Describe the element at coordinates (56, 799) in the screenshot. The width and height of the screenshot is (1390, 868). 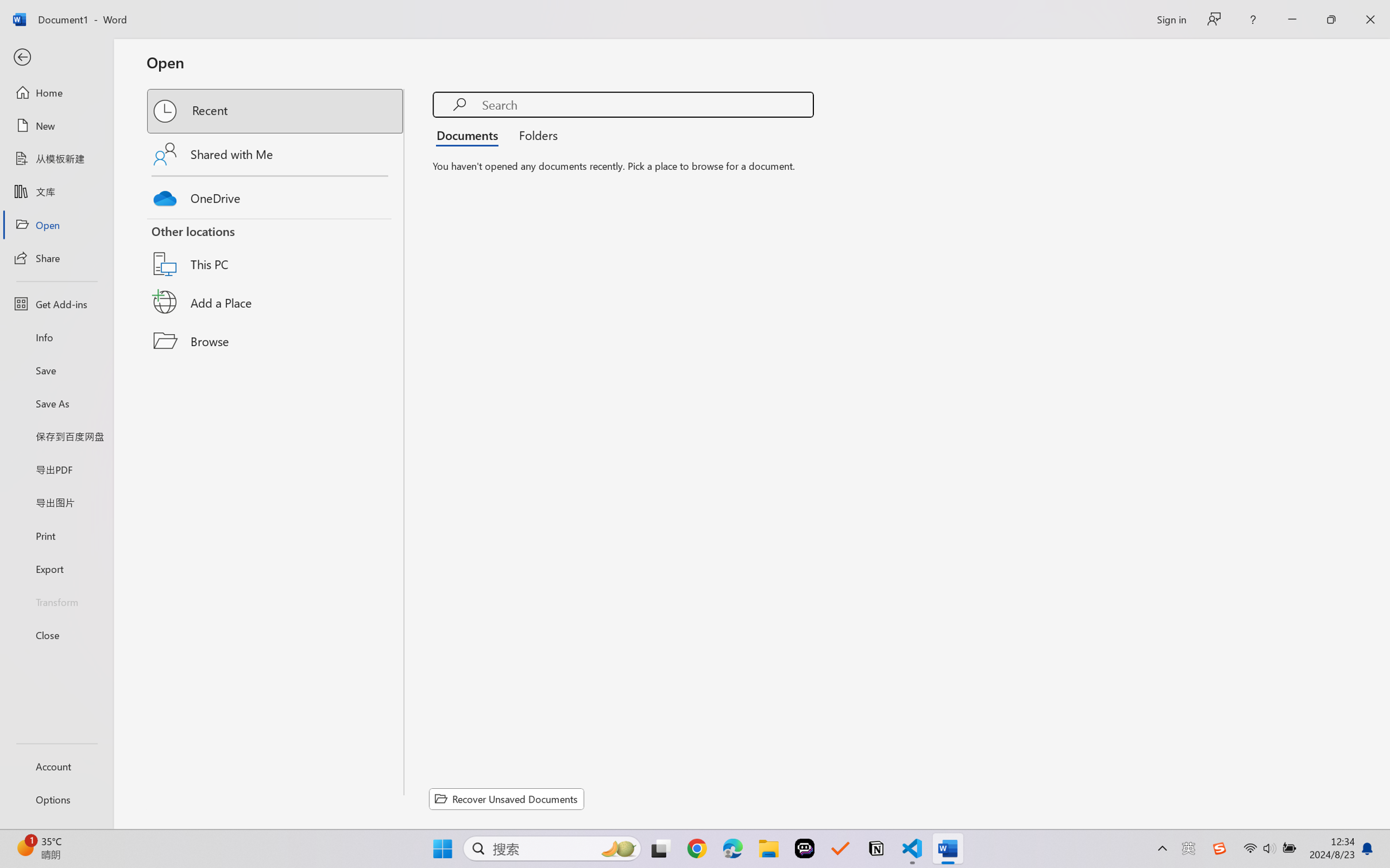
I see `'Options'` at that location.